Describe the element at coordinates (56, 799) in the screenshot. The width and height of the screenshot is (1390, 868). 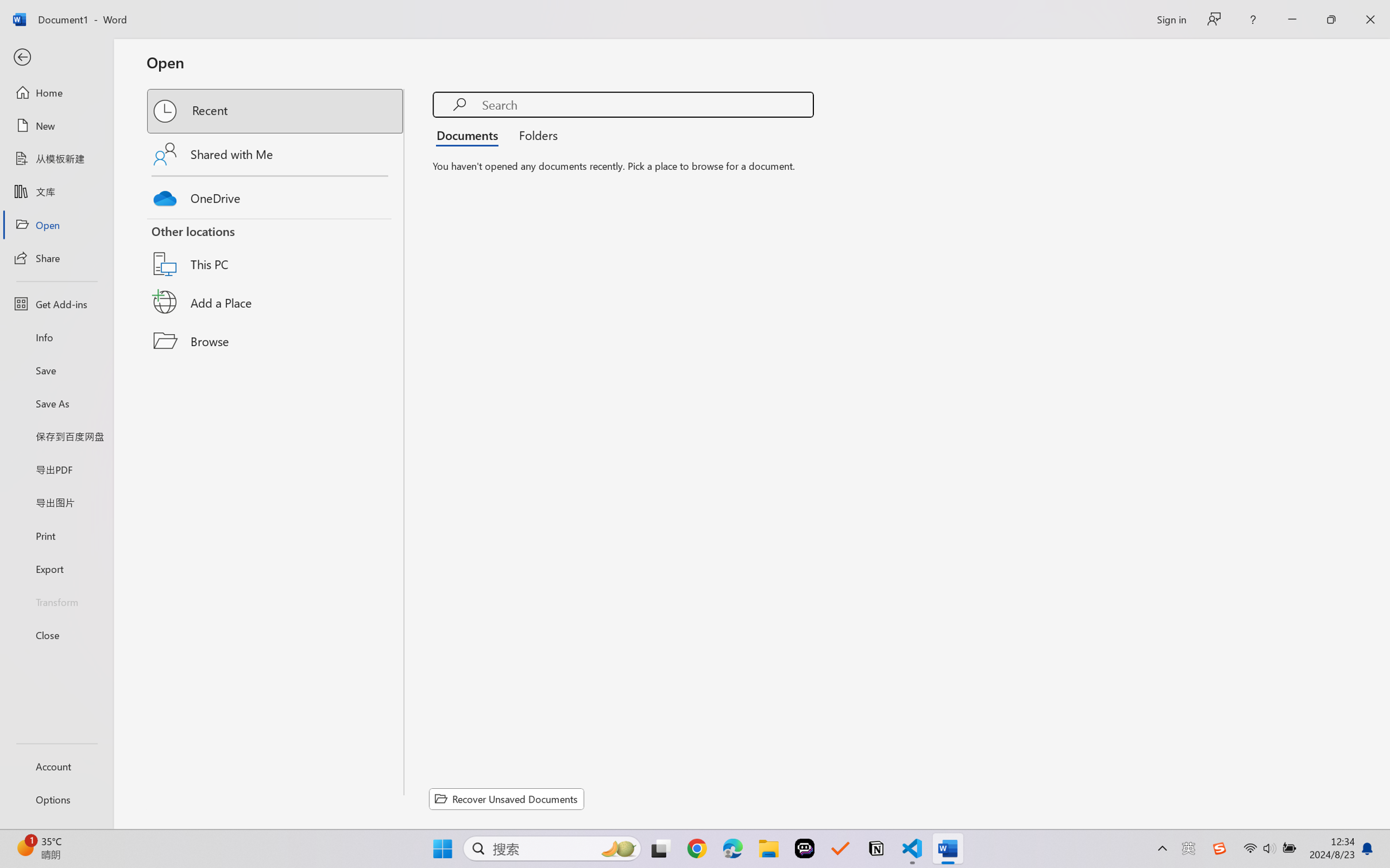
I see `'Options'` at that location.